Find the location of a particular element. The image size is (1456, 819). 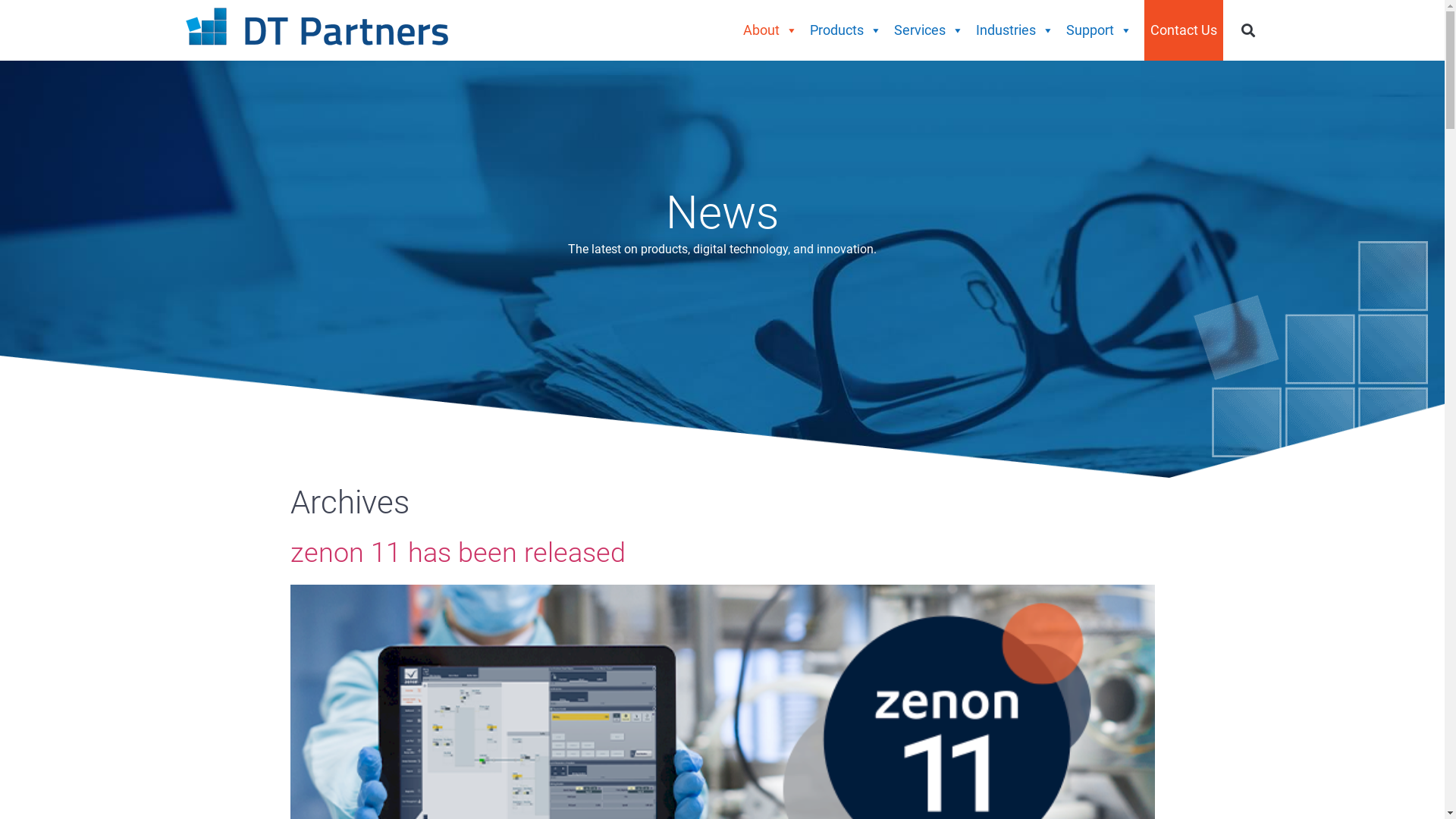

'About' is located at coordinates (770, 30).